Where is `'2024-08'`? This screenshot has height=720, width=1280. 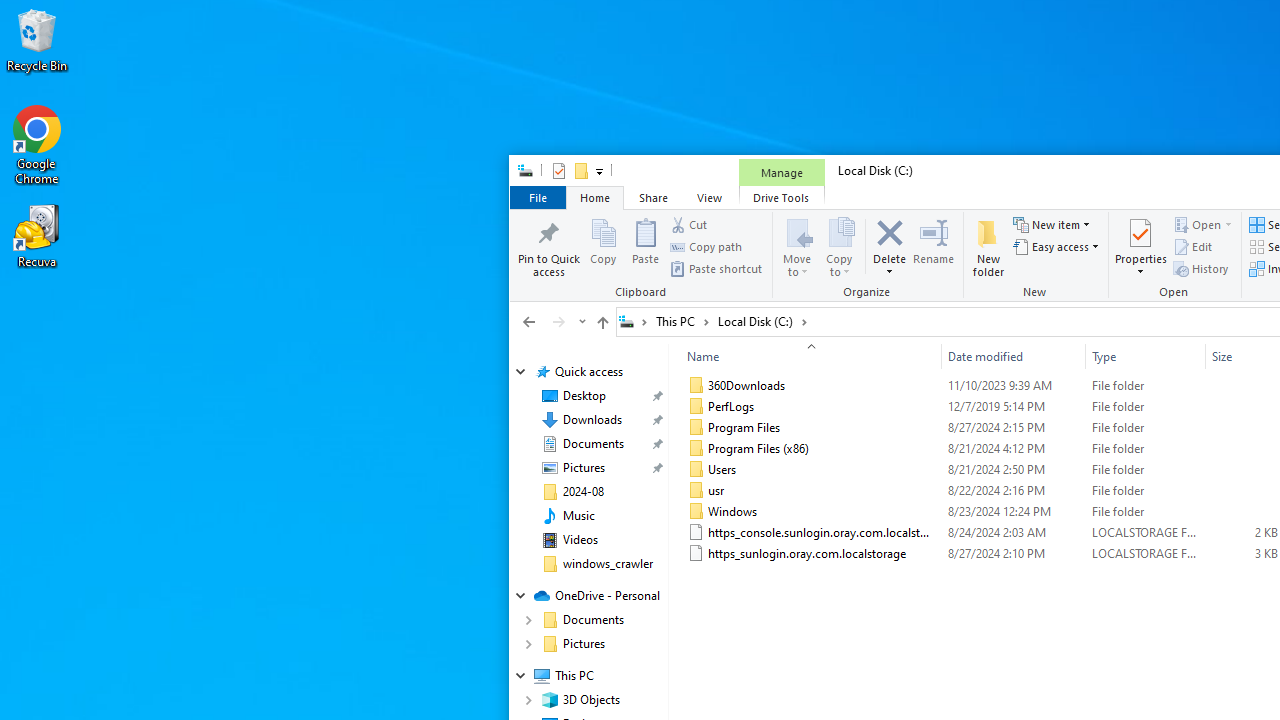
'2024-08' is located at coordinates (582, 492).